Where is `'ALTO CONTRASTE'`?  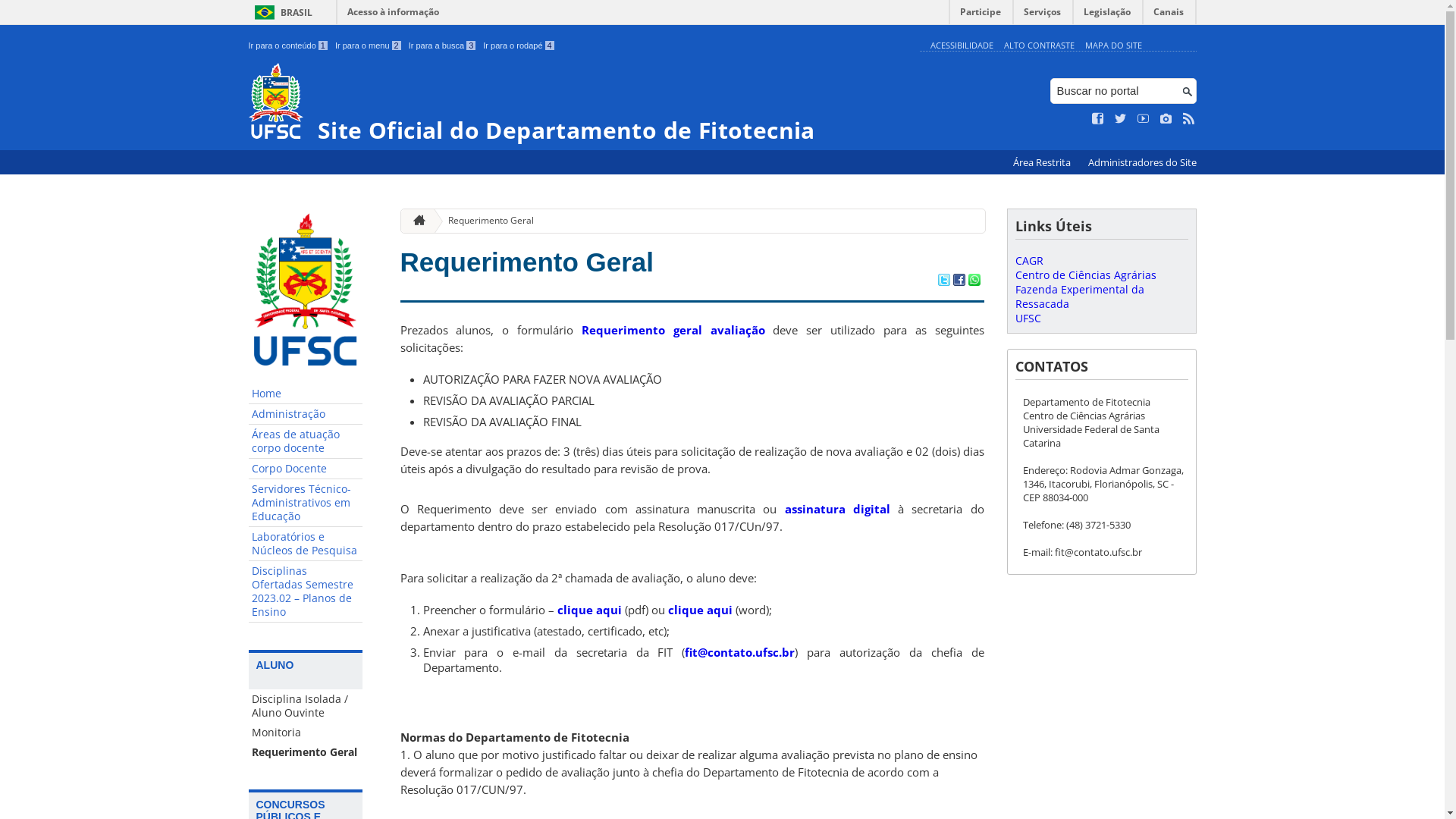
'ALTO CONTRASTE' is located at coordinates (1038, 44).